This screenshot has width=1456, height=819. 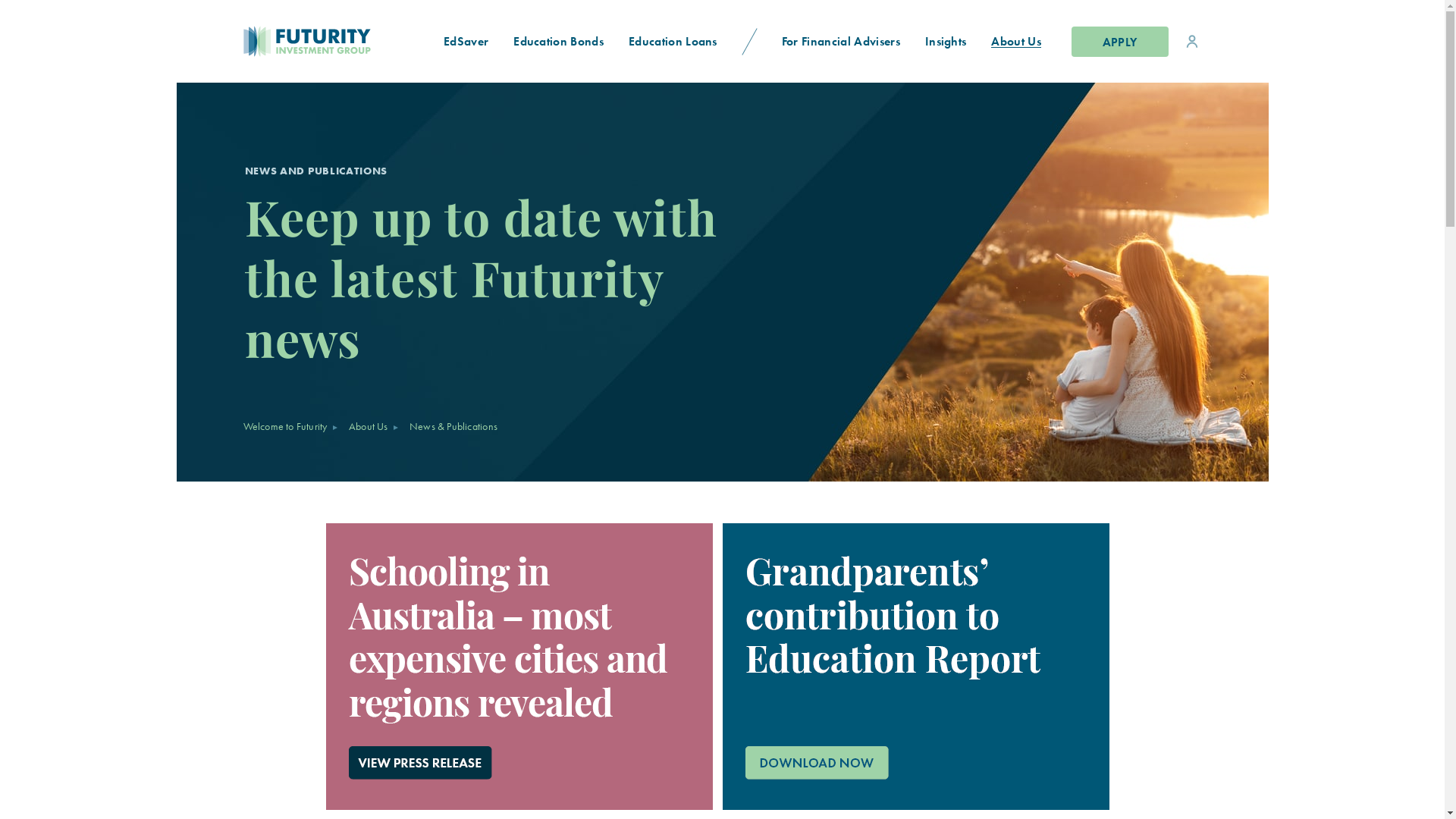 I want to click on 'Futurity | Investment Group', so click(x=256, y=40).